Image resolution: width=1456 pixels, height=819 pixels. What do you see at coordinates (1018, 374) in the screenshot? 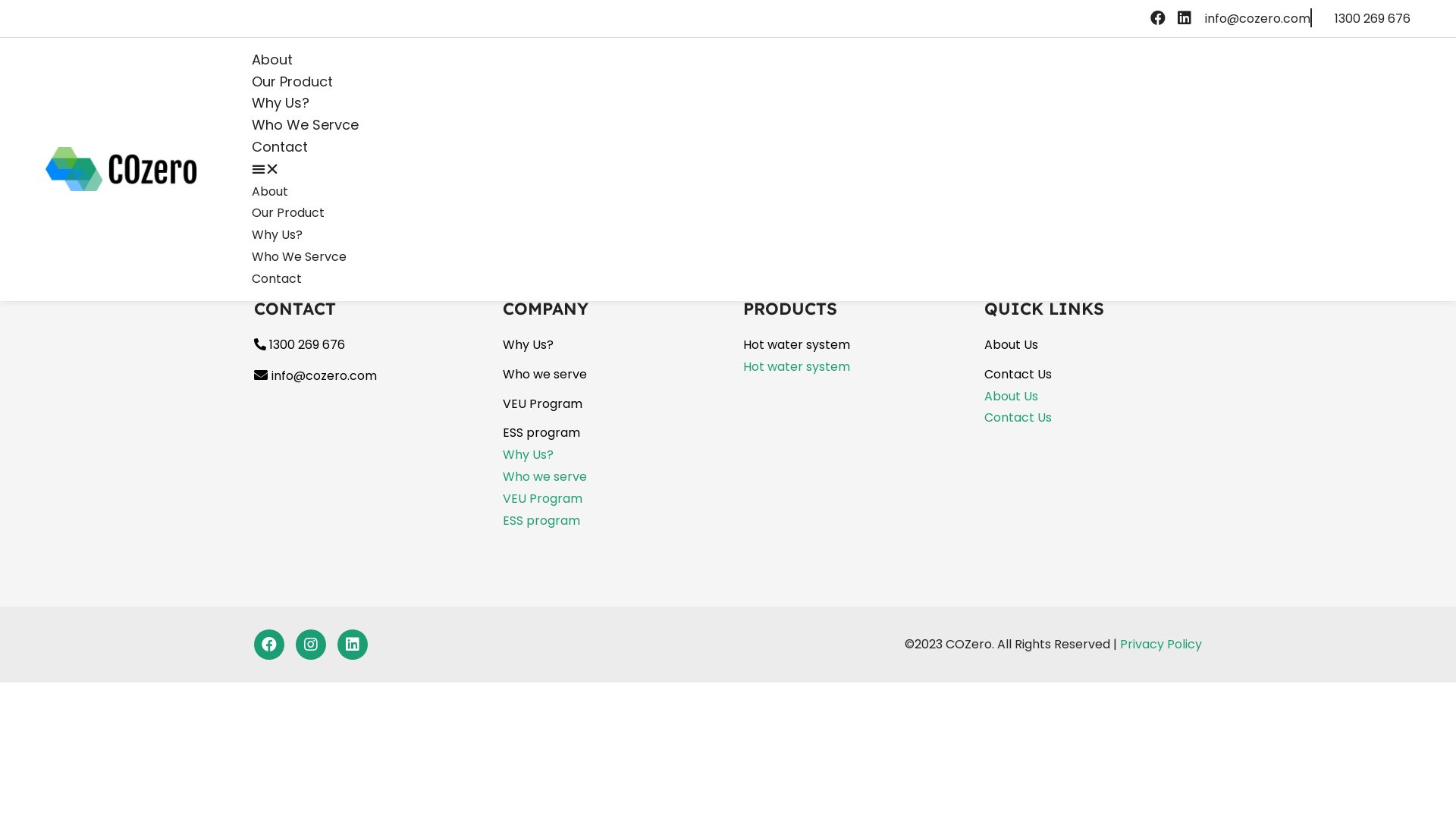
I see `'Contact Us'` at bounding box center [1018, 374].